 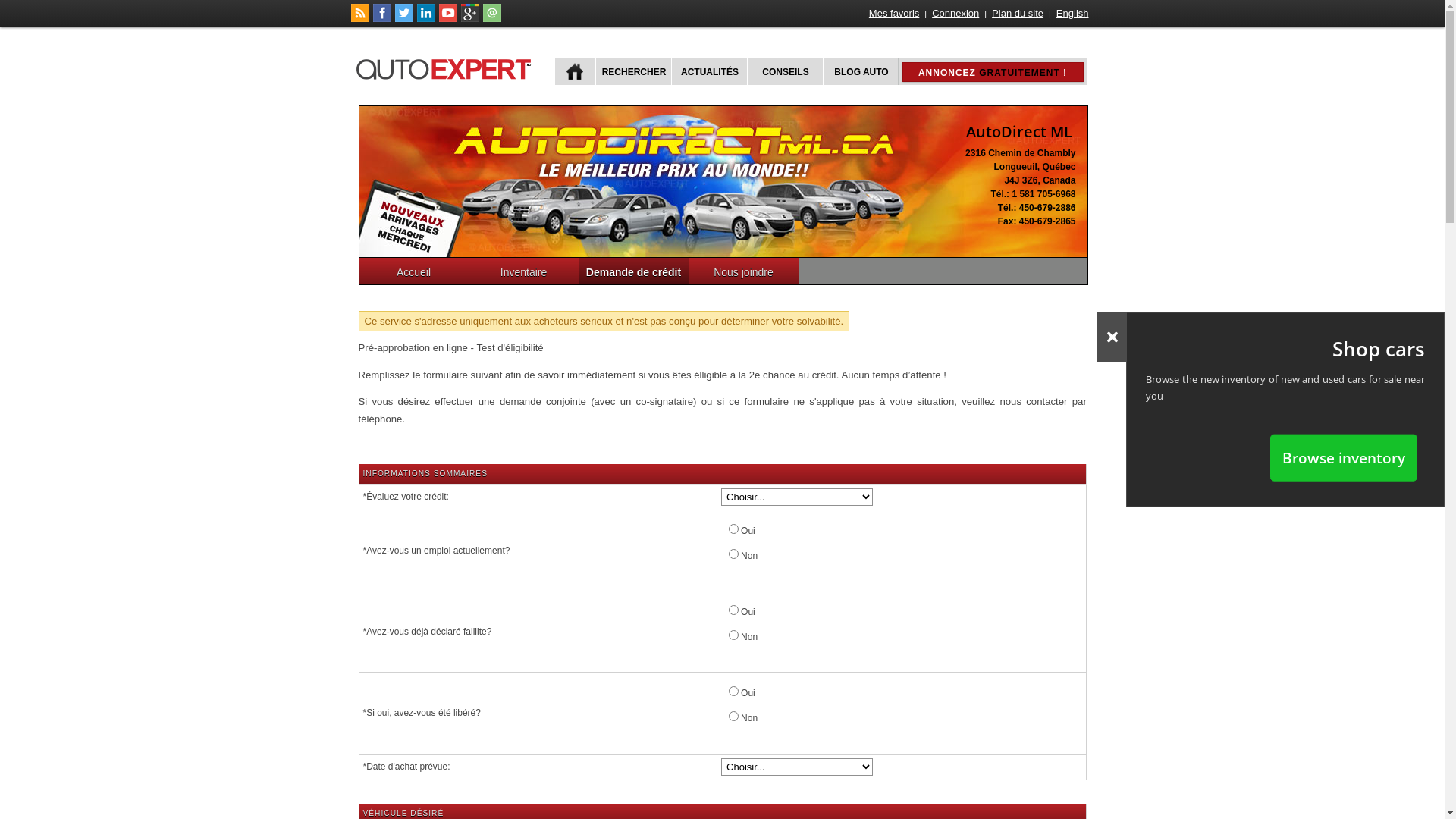 I want to click on 'Joindre autoExpert.ca', so click(x=491, y=18).